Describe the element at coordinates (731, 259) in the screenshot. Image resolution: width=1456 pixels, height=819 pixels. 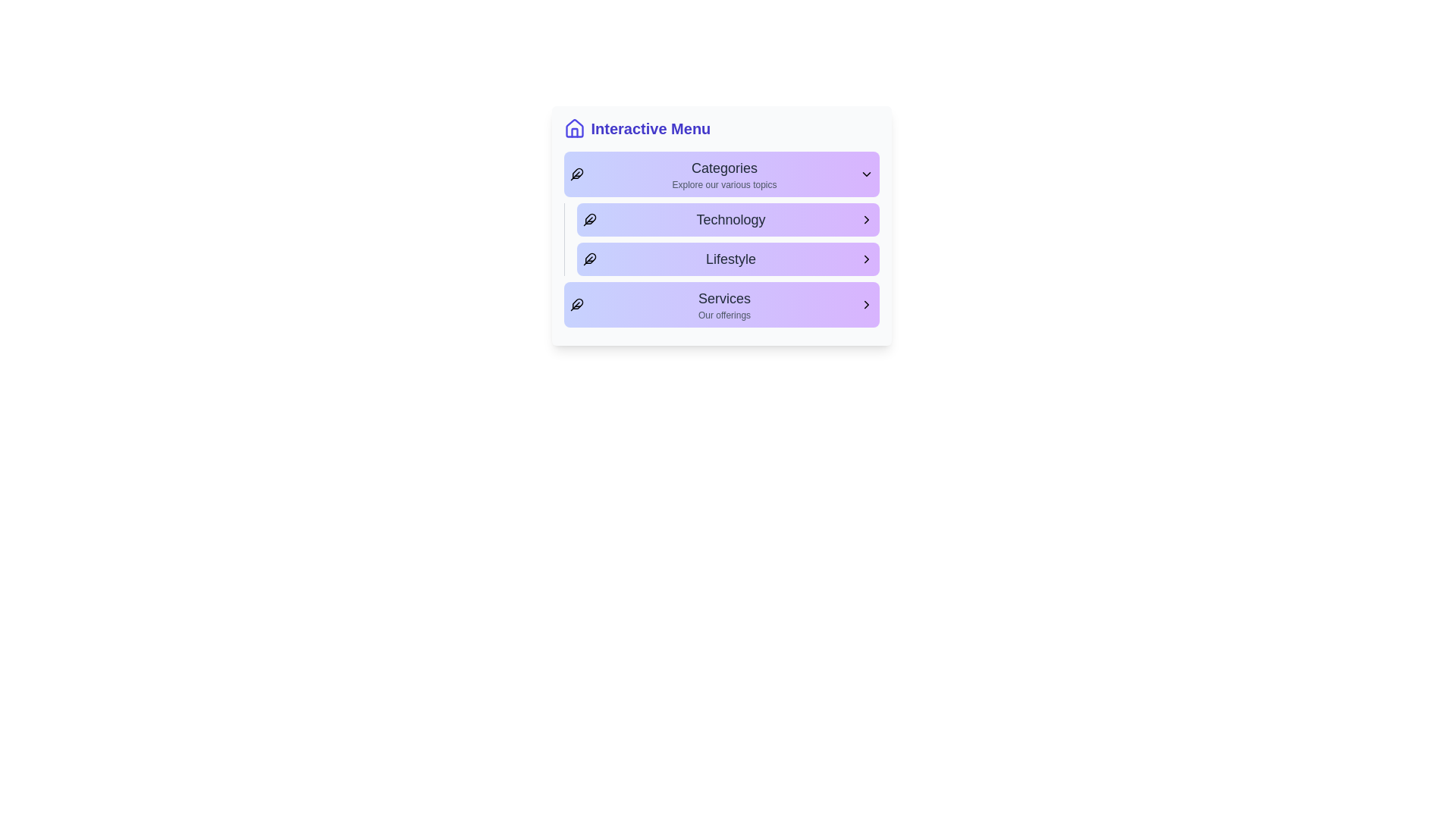
I see `the 'Lifestyle' category text label within the interactive menu` at that location.